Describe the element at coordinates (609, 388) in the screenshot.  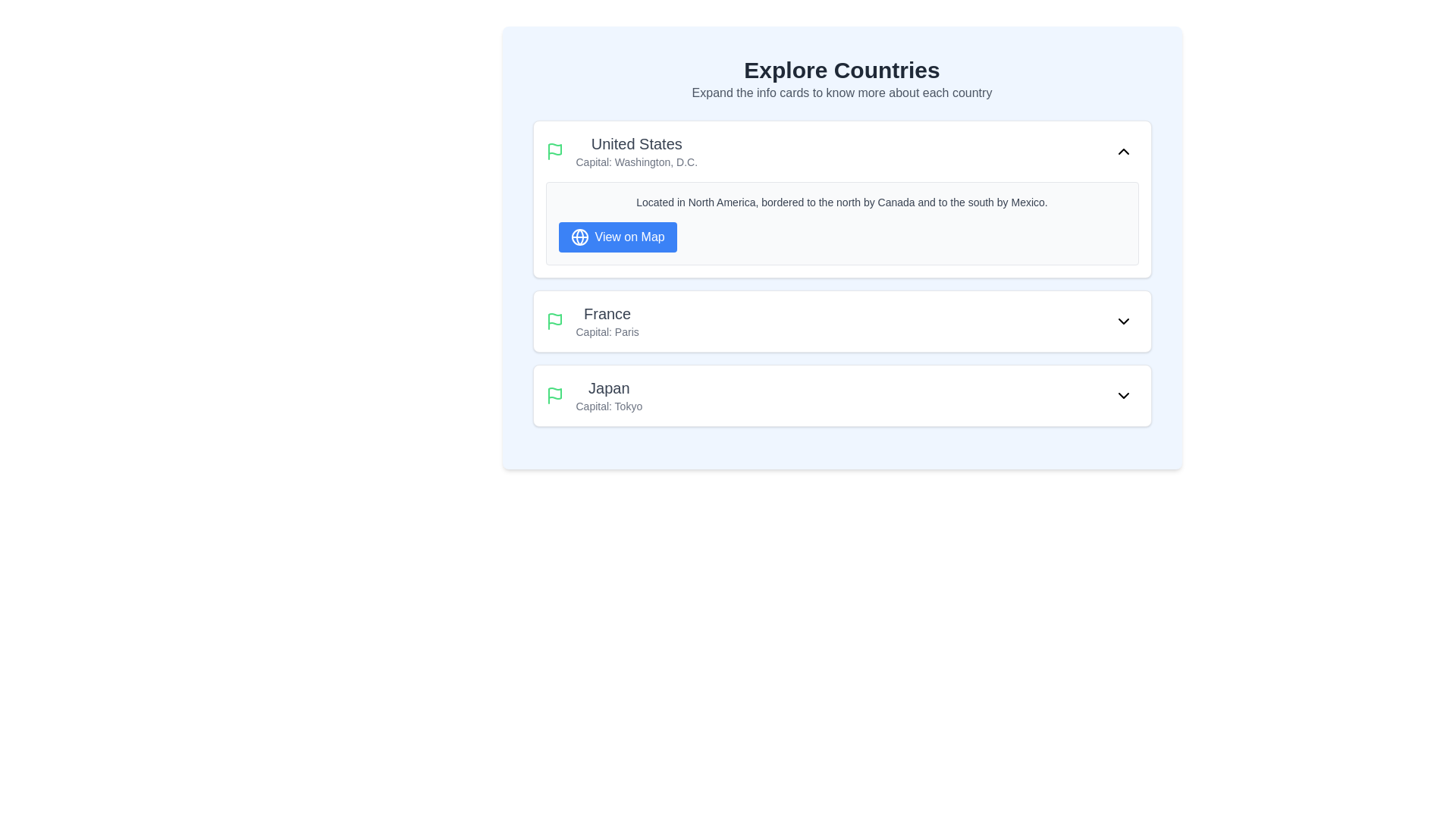
I see `prominent text label 'Japan' displayed at the top of the third card in a vertically stacked list of country information cards` at that location.